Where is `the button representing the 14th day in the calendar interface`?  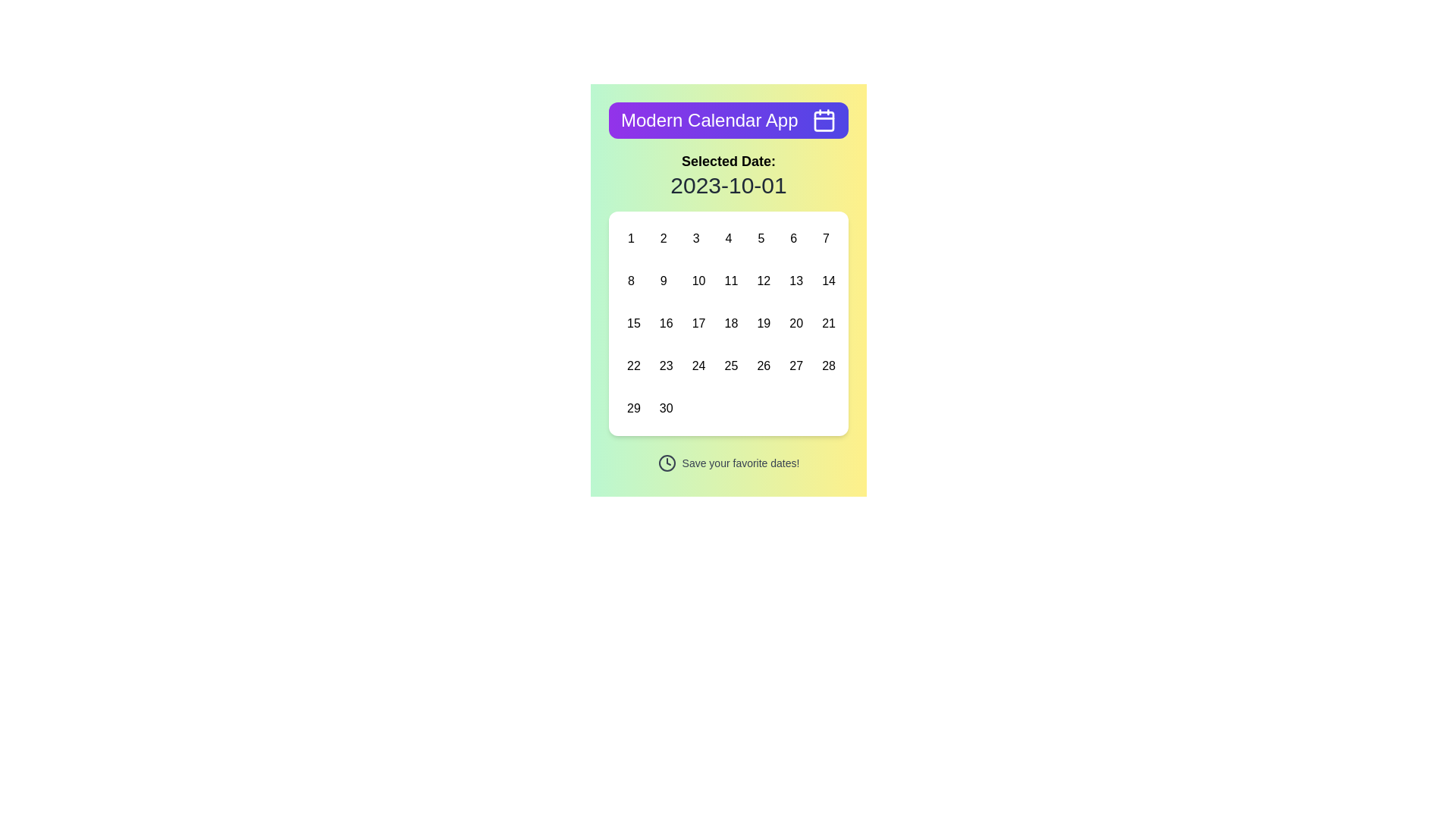 the button representing the 14th day in the calendar interface is located at coordinates (825, 281).